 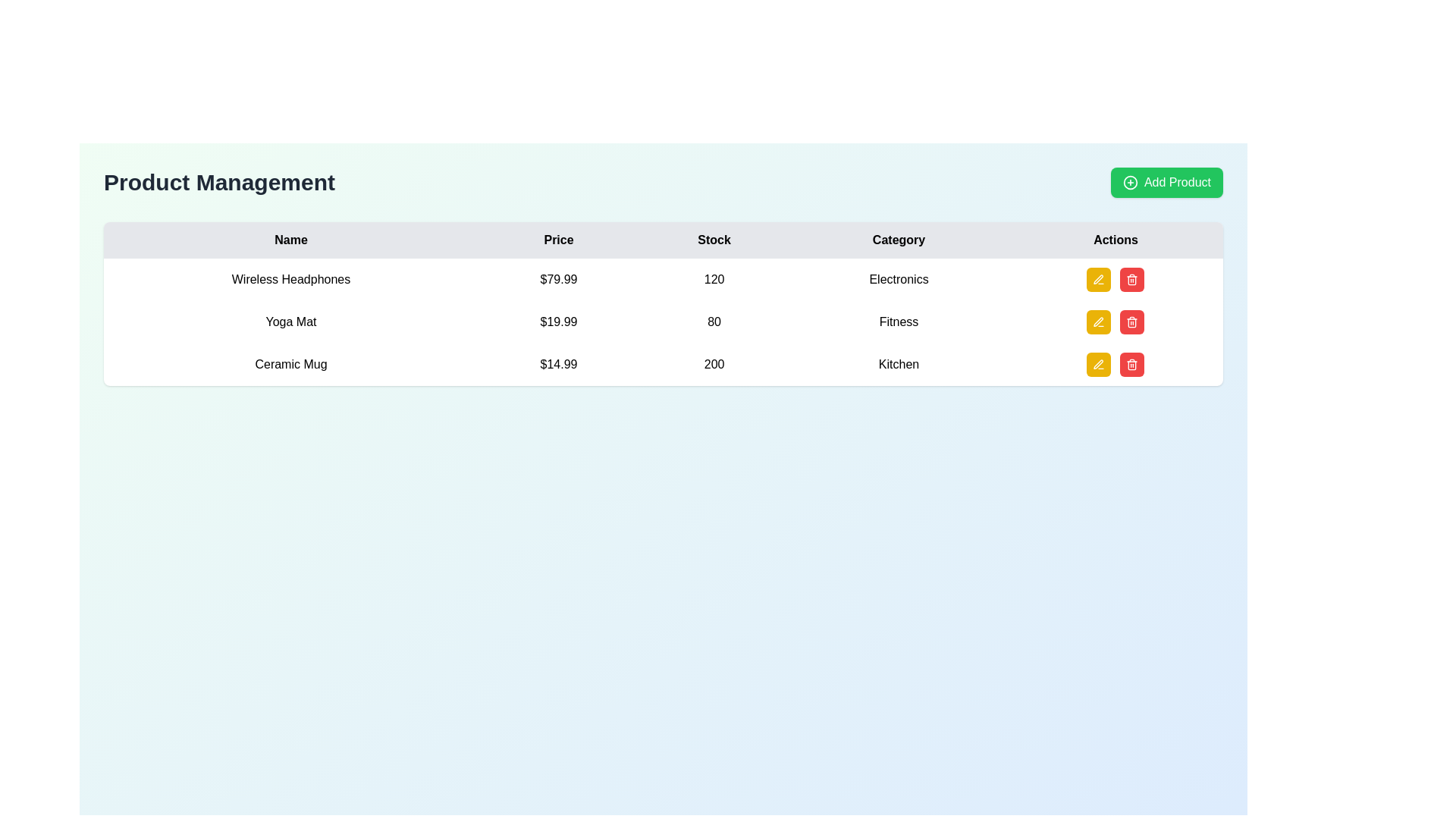 I want to click on the 'Edit' button located in the 'Actions' column of the last row for the item 'Ceramic Mug', so click(x=1099, y=365).